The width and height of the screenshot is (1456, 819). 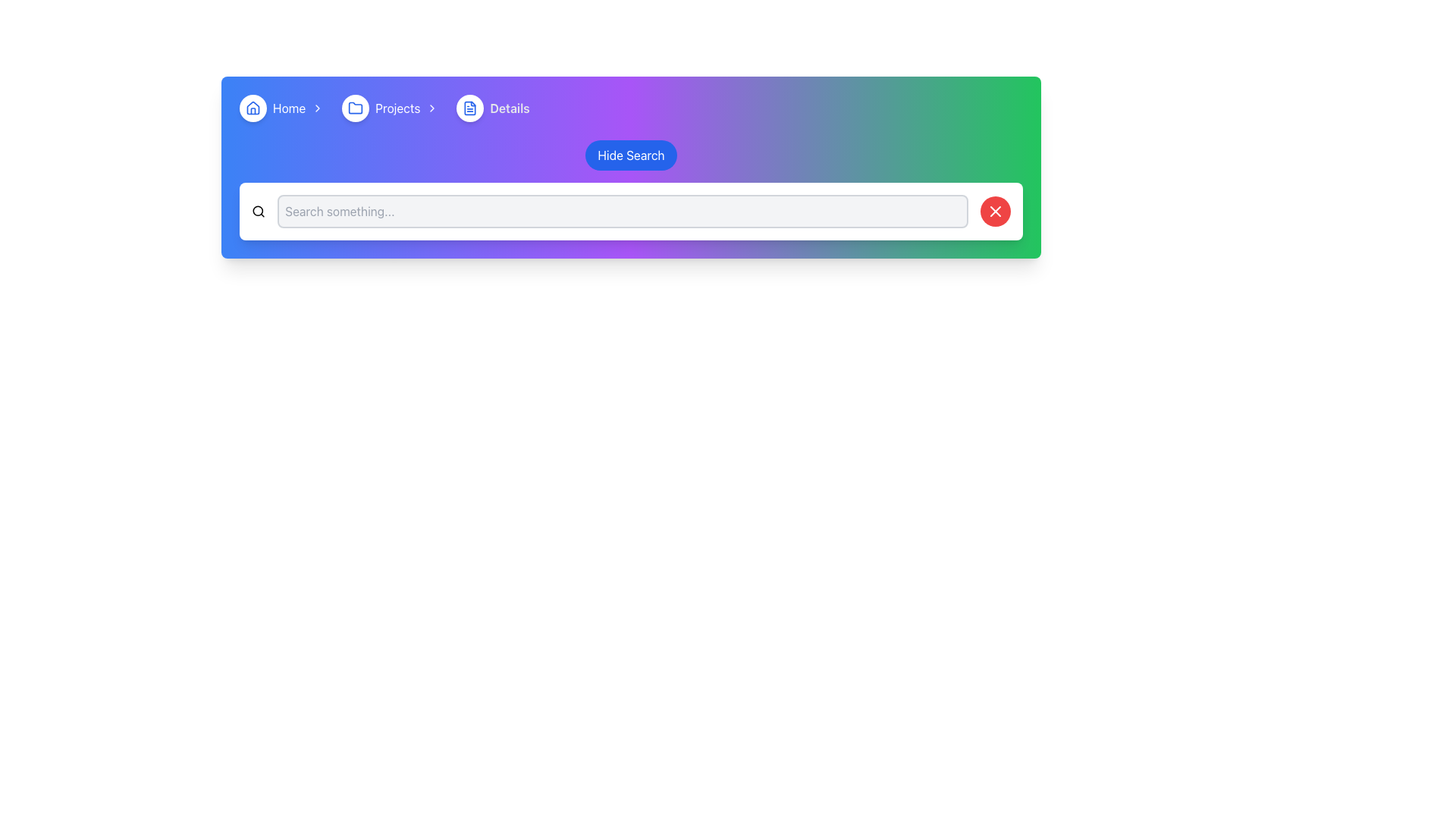 I want to click on the 'Details' icon in the header breadcrumbs bar, so click(x=469, y=107).